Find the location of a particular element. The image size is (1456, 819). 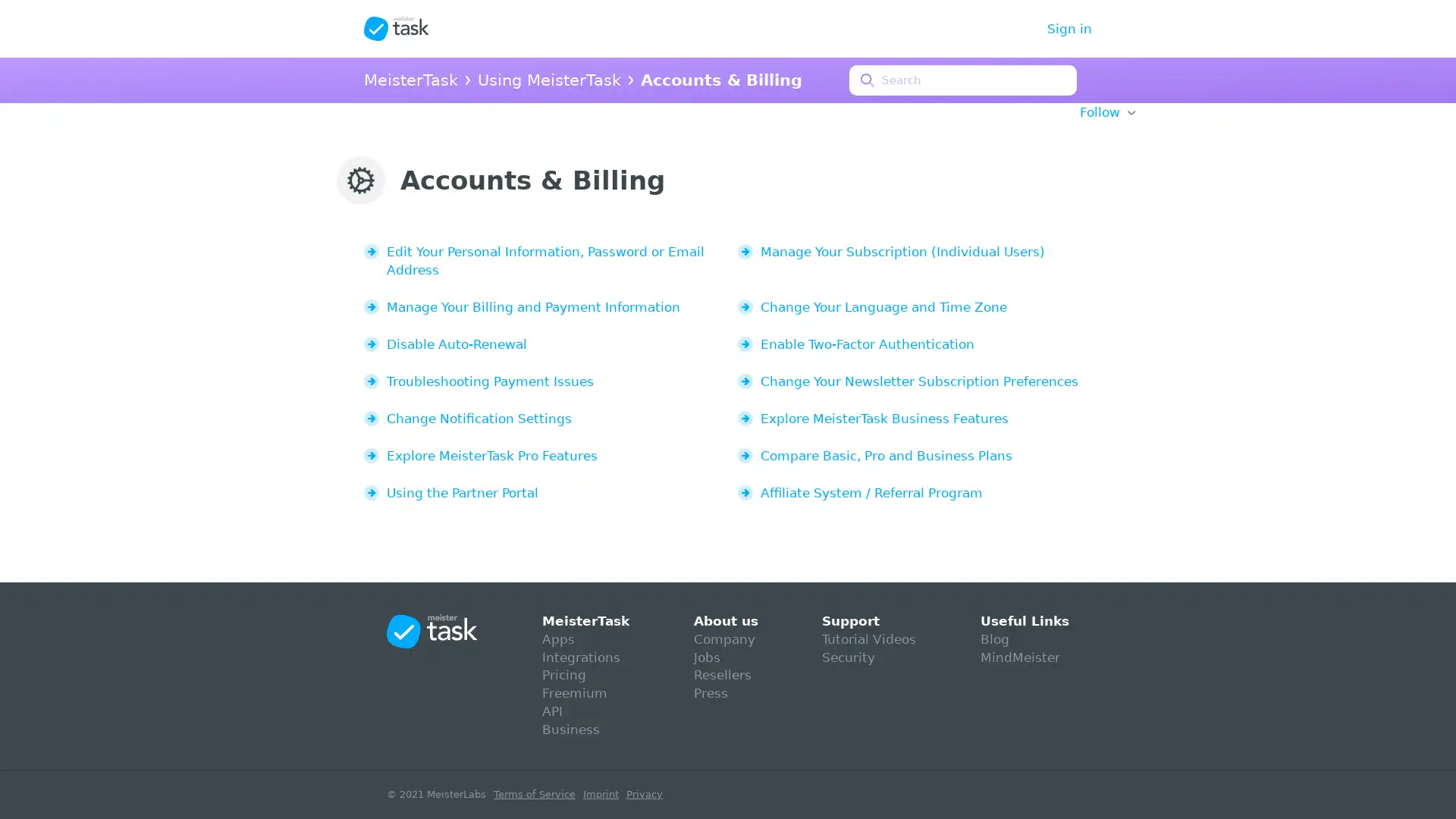

Follow is located at coordinates (1106, 111).